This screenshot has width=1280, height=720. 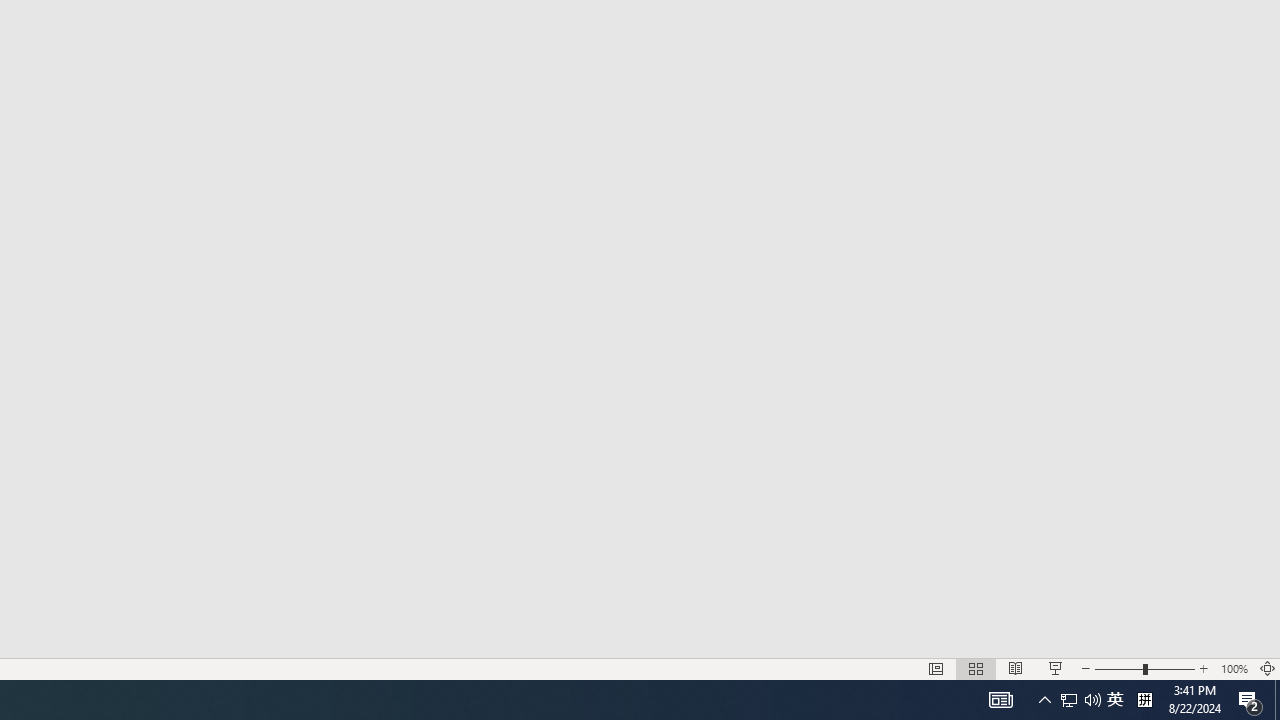 What do you see at coordinates (1266, 669) in the screenshot?
I see `'Zoom to Fit '` at bounding box center [1266, 669].